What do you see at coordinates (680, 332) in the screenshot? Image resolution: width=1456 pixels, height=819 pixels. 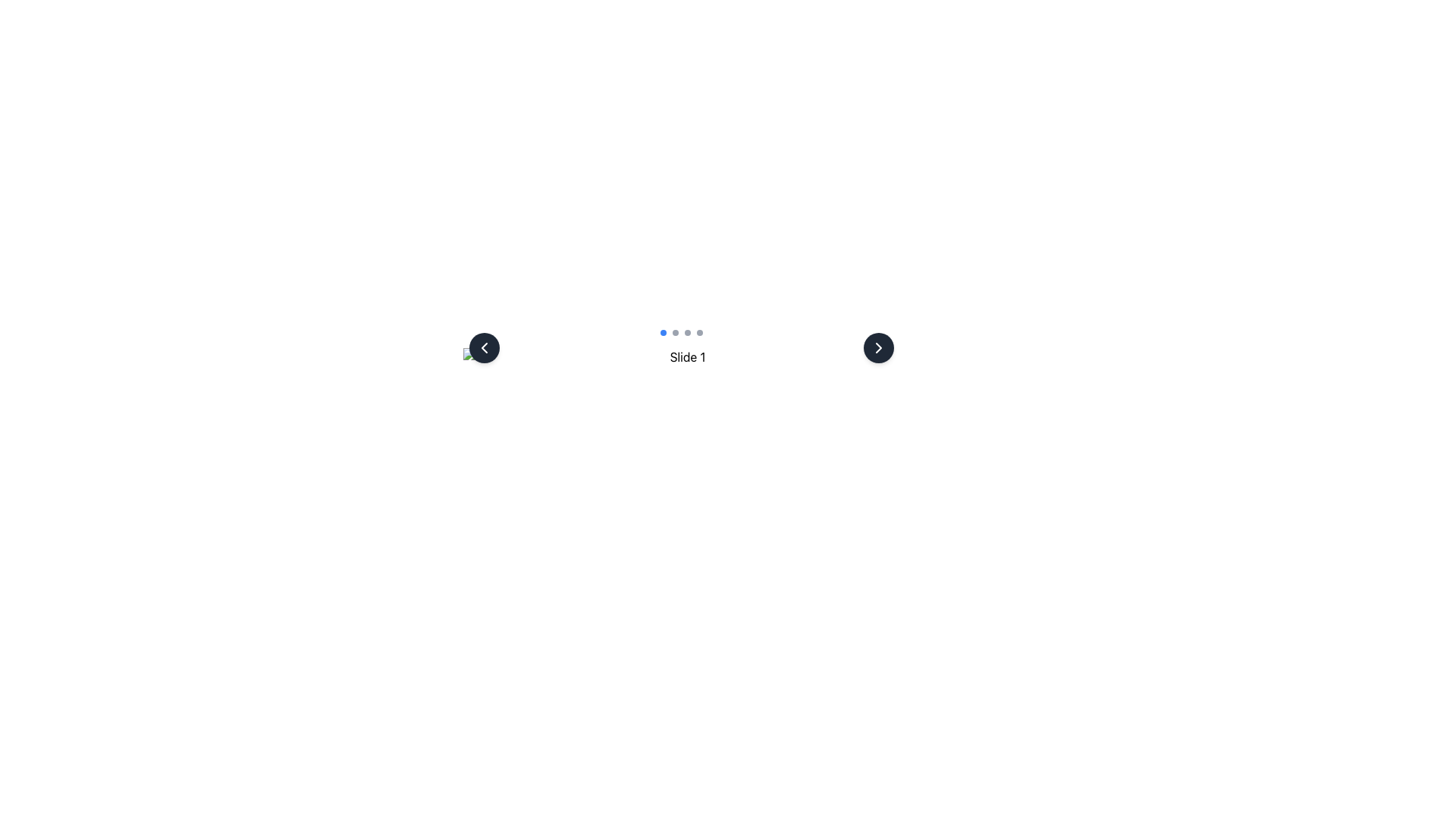 I see `the carousel navigation indicator located centrally near the bottom of the interface` at bounding box center [680, 332].